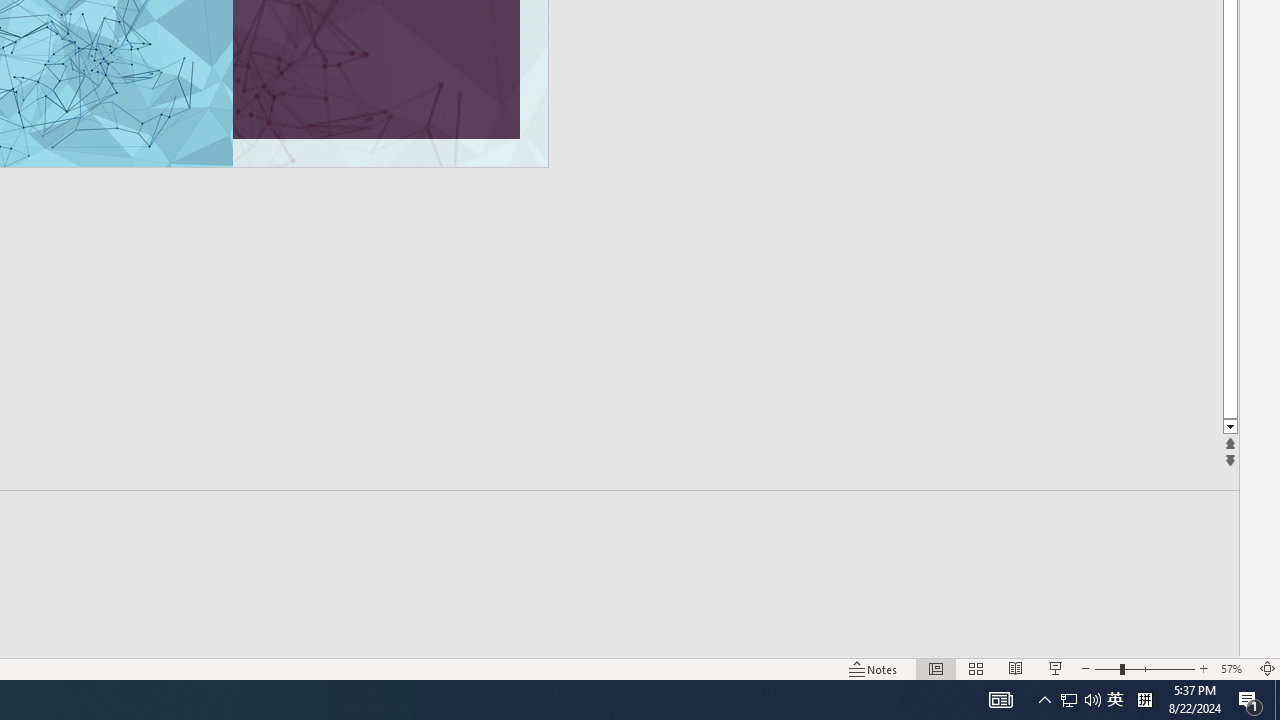 The height and width of the screenshot is (720, 1280). I want to click on 'Zoom to Fit ', so click(1266, 669).